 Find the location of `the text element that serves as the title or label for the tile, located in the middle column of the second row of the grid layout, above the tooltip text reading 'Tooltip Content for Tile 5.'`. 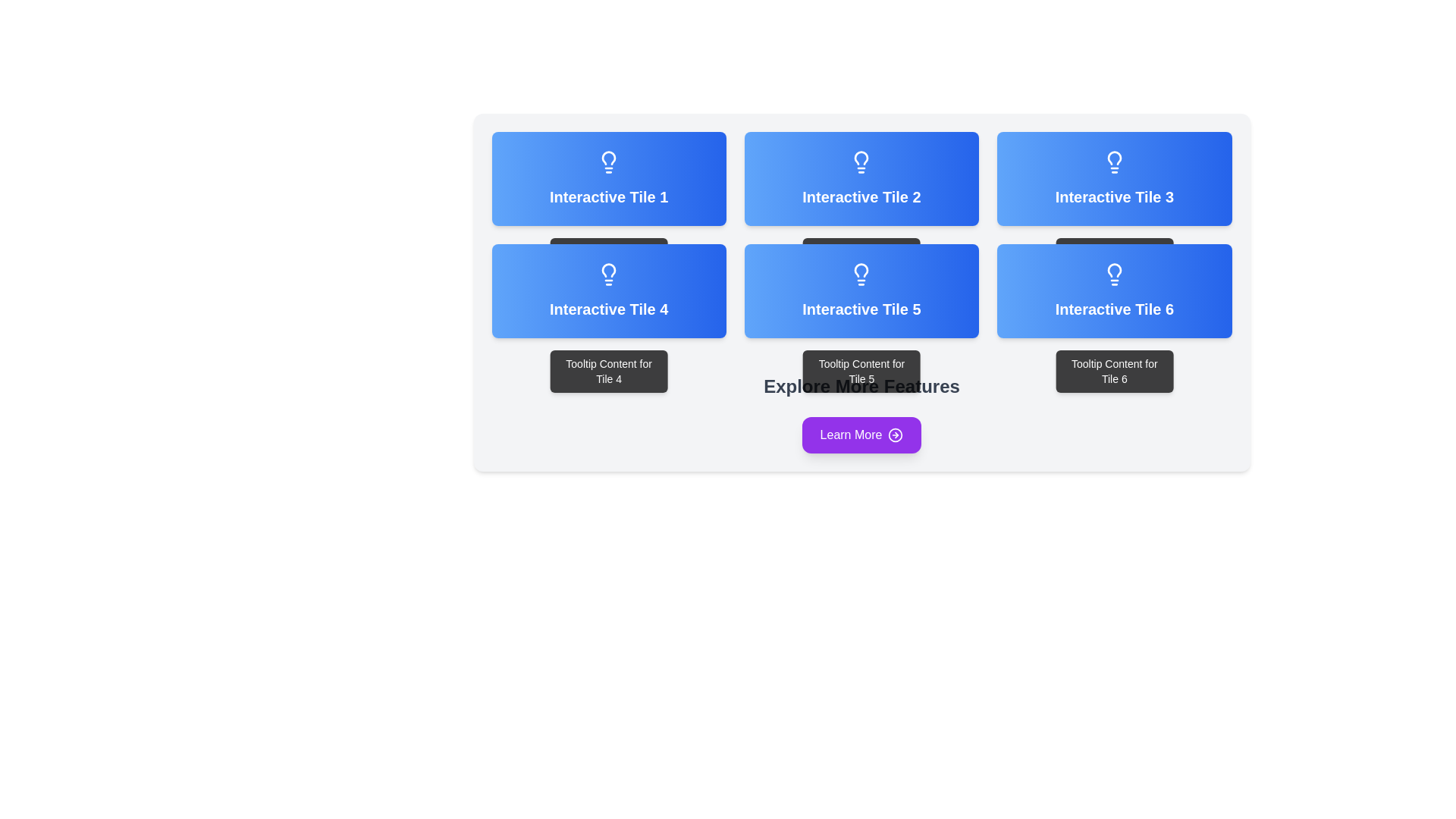

the text element that serves as the title or label for the tile, located in the middle column of the second row of the grid layout, above the tooltip text reading 'Tooltip Content for Tile 5.' is located at coordinates (861, 309).